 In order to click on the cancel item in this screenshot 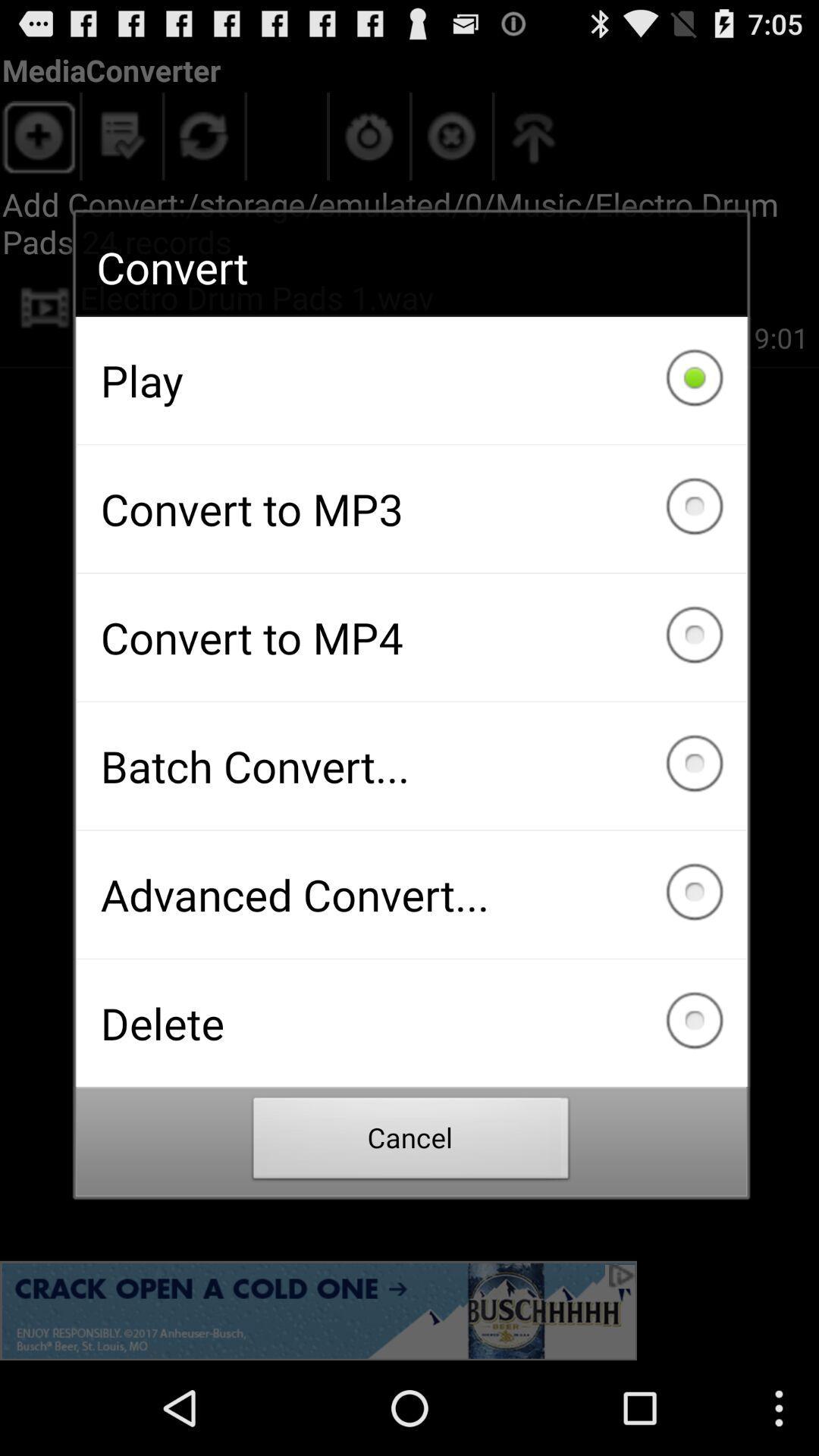, I will do `click(411, 1142)`.